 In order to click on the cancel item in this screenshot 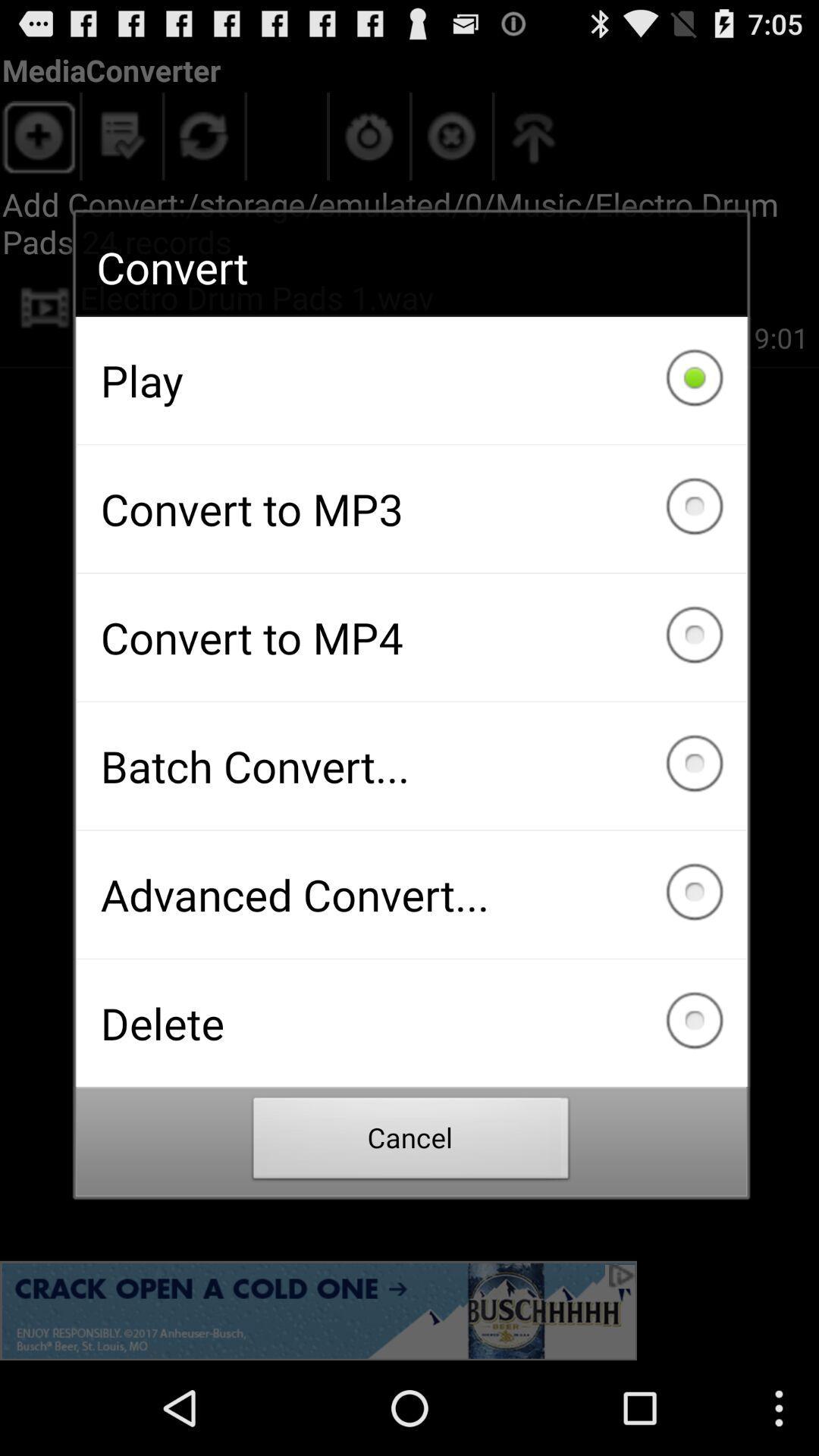, I will do `click(411, 1142)`.